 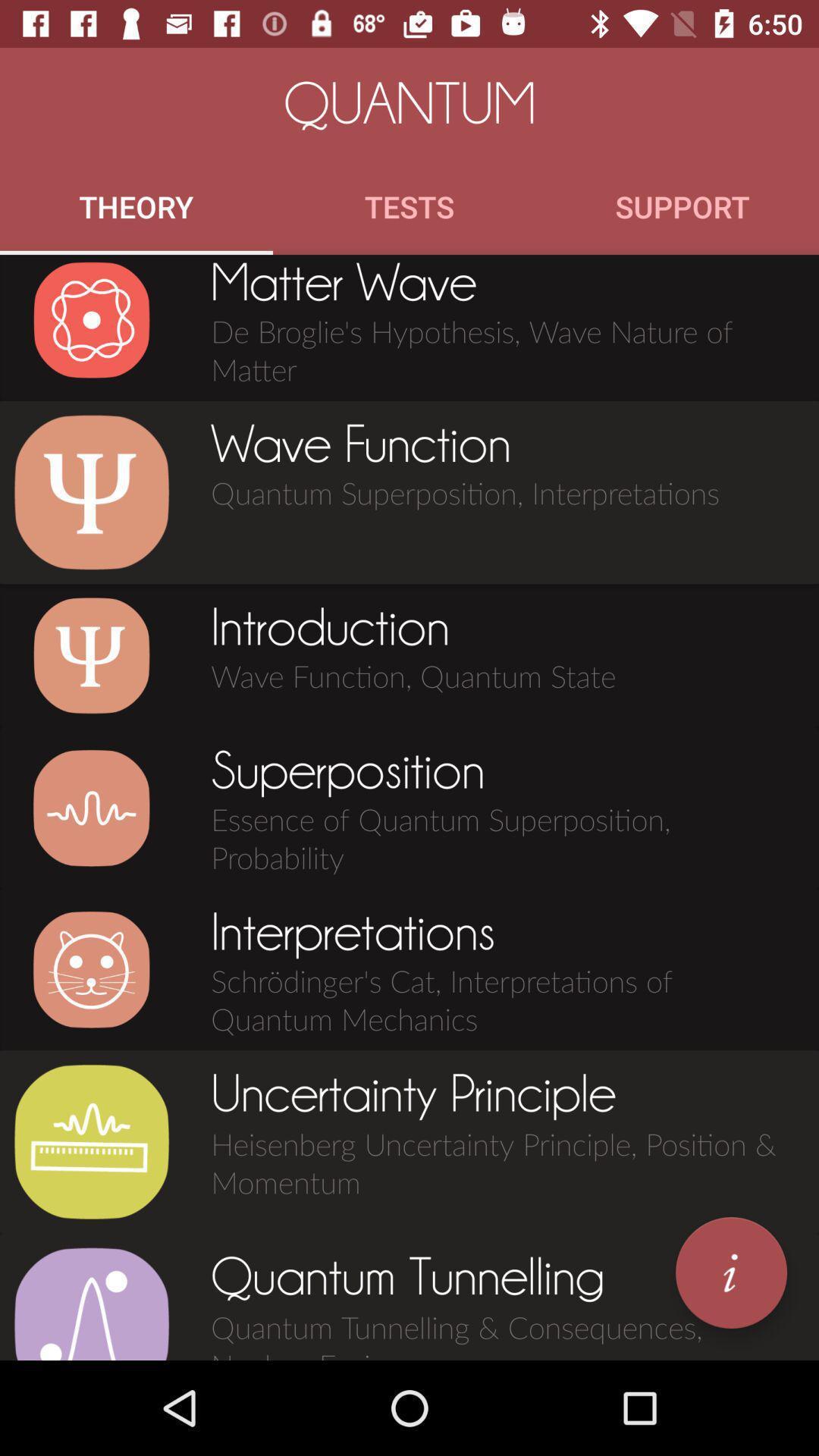 What do you see at coordinates (91, 1302) in the screenshot?
I see `the icon next to quantum tunnelling icon` at bounding box center [91, 1302].